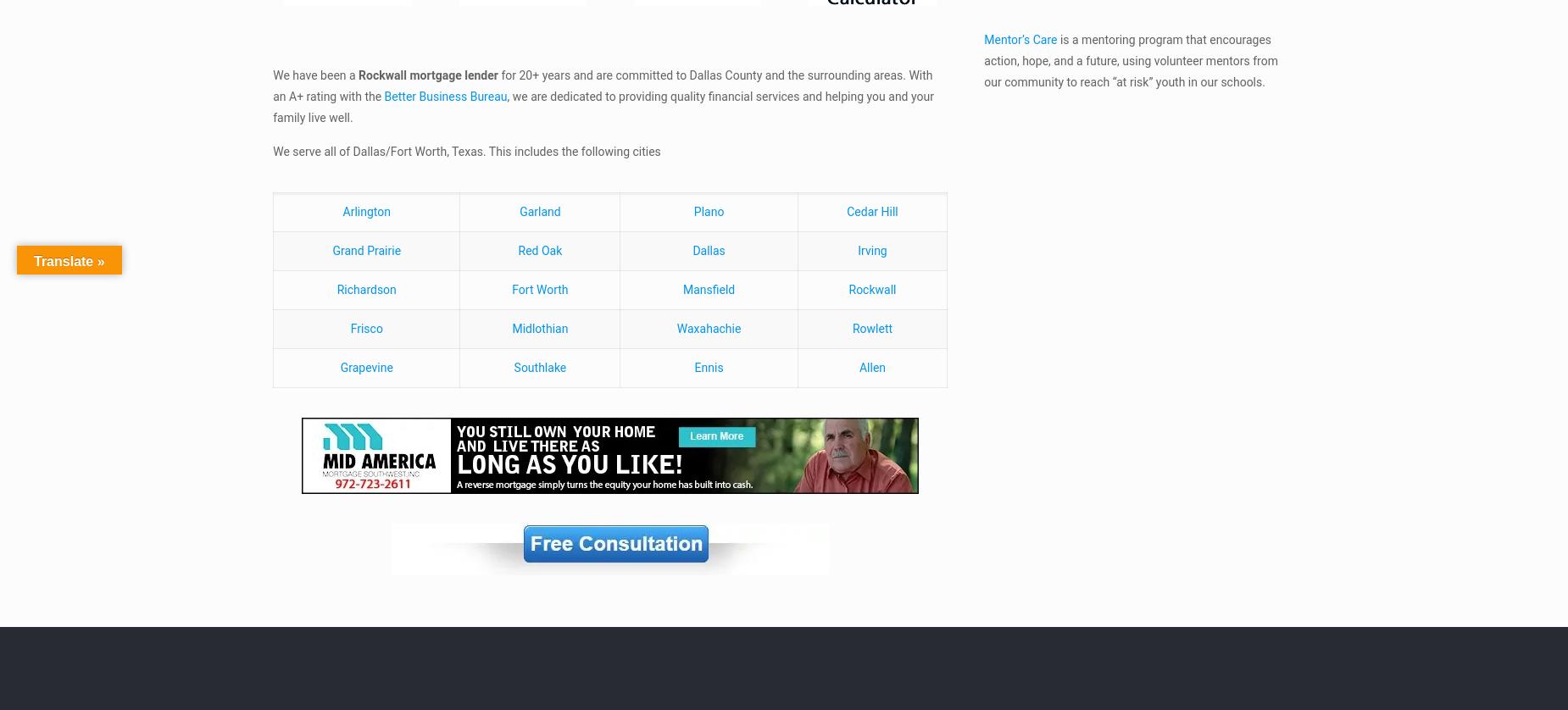 The image size is (1568, 710). I want to click on 'for 20+ years and are committed to Dallas County and the surrounding areas. With an A+ rating with the', so click(272, 85).